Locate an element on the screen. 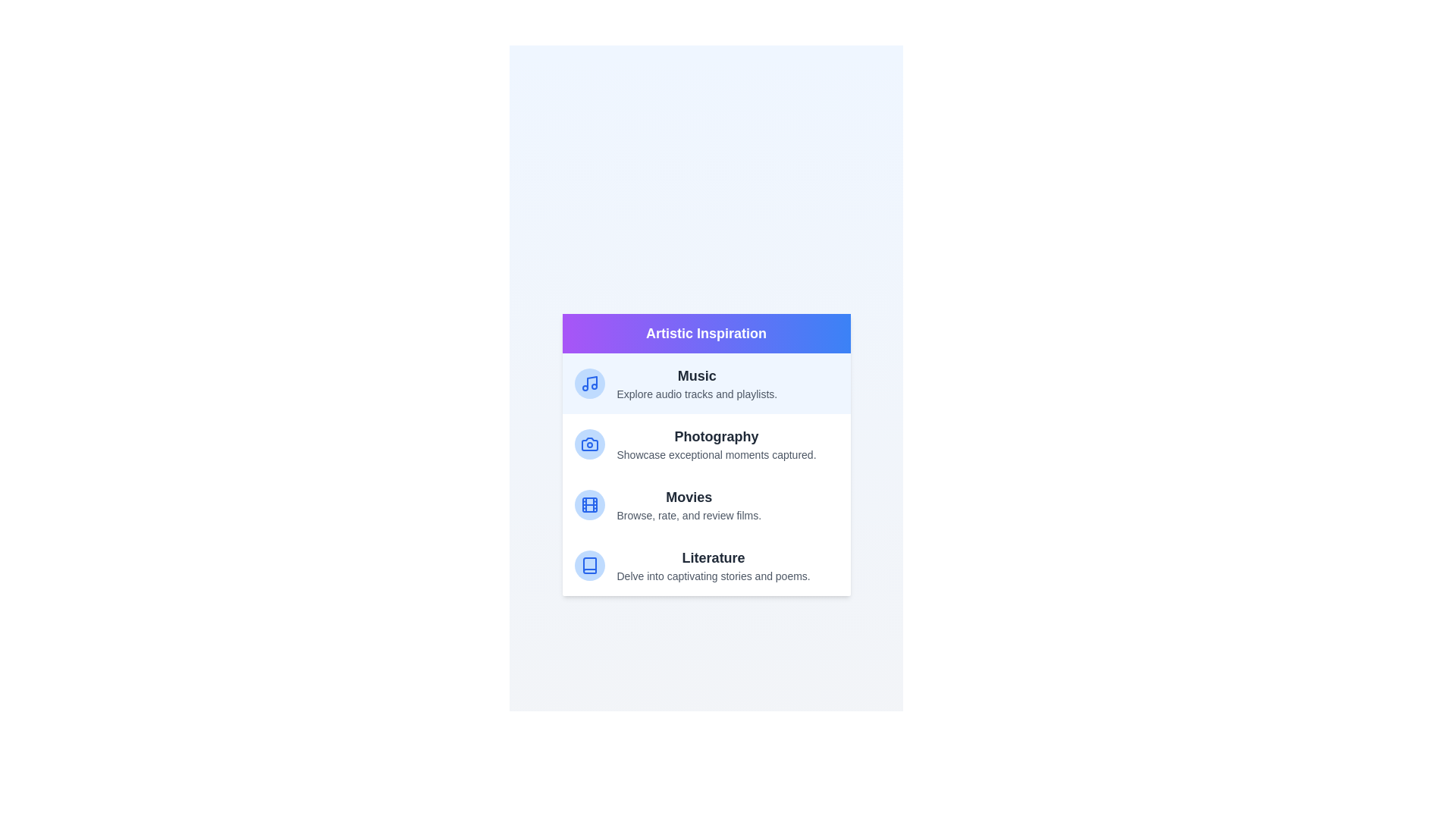 The image size is (1456, 819). the background gradient to interact with it is located at coordinates (705, 454).